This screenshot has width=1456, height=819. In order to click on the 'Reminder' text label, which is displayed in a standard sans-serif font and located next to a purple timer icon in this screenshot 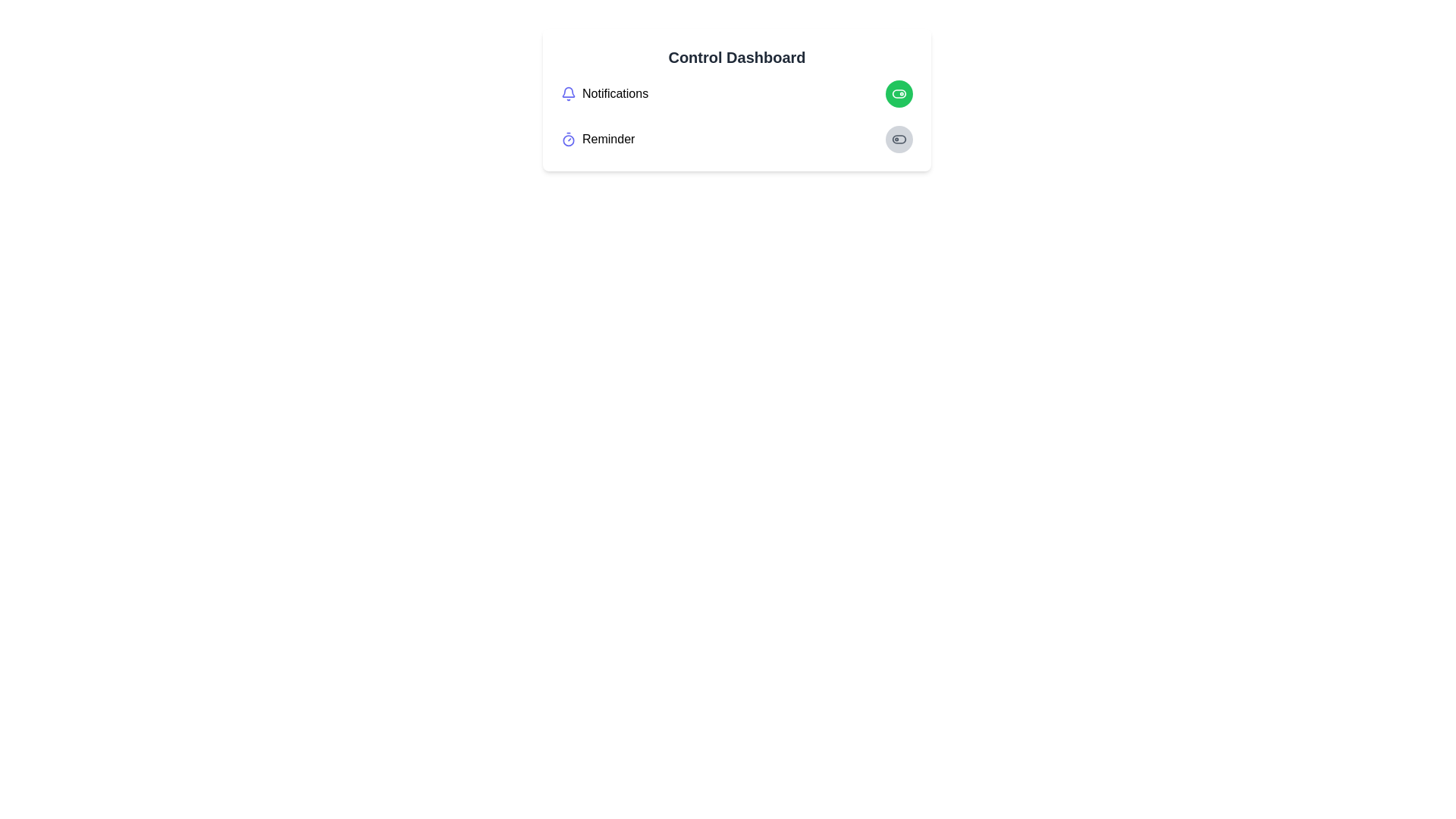, I will do `click(608, 140)`.